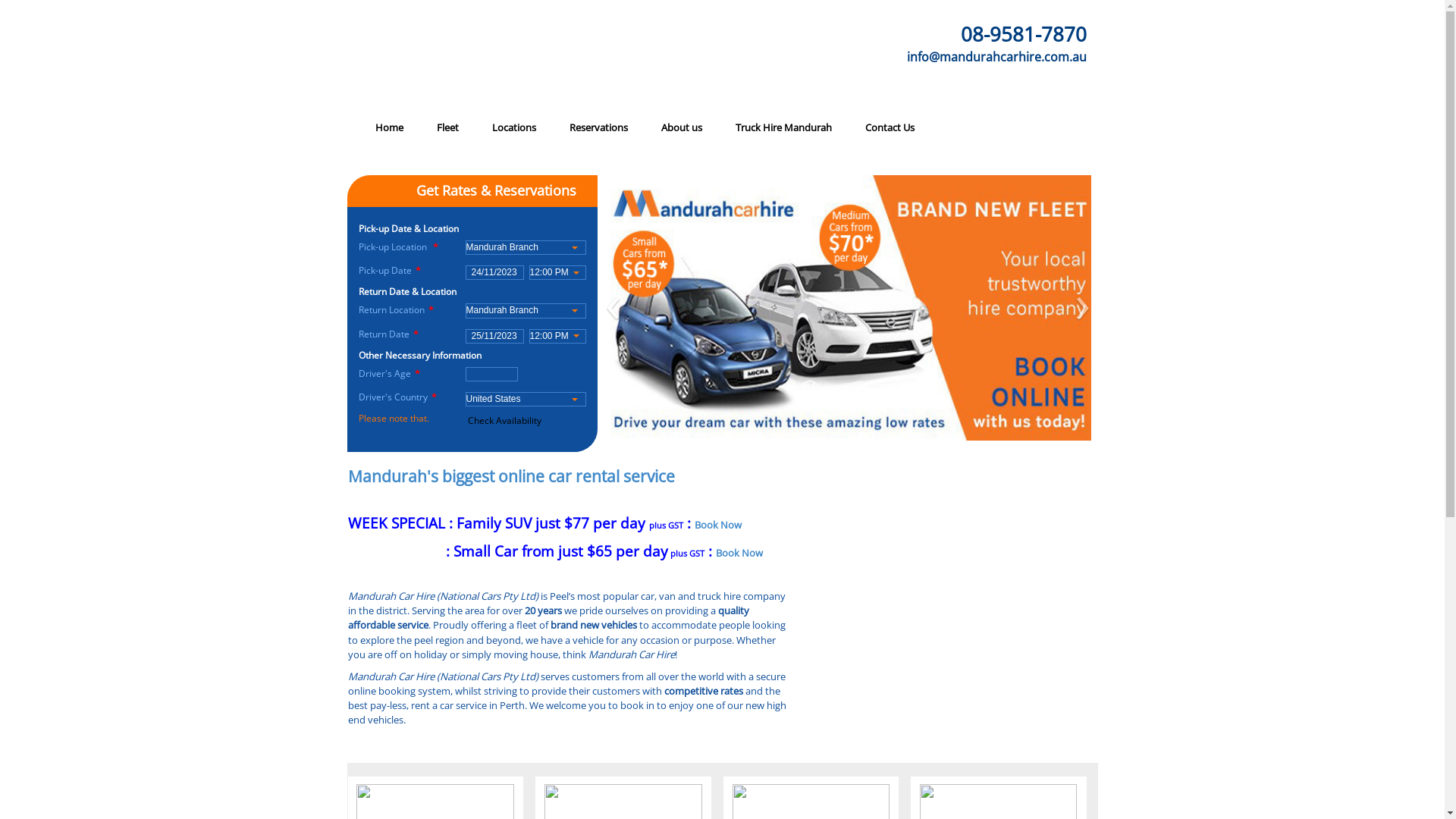 The image size is (1456, 819). Describe the element at coordinates (447, 127) in the screenshot. I see `'Fleet'` at that location.